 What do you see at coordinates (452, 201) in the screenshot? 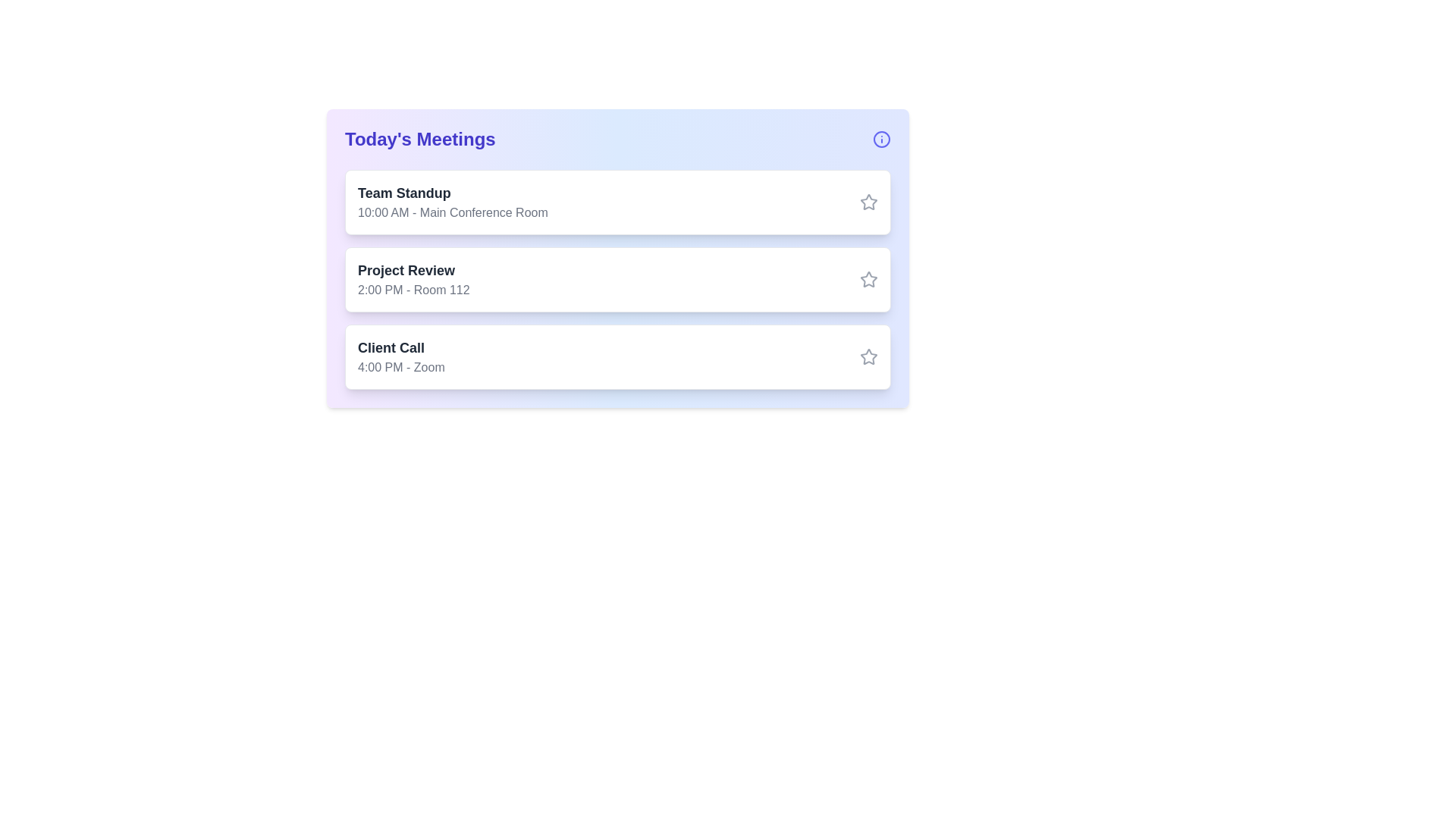
I see `the Text display area showing meeting details with the title 'Team Standup' and subtitle '10:00 AM - Main Conference Room', located near the top of the meeting list` at bounding box center [452, 201].